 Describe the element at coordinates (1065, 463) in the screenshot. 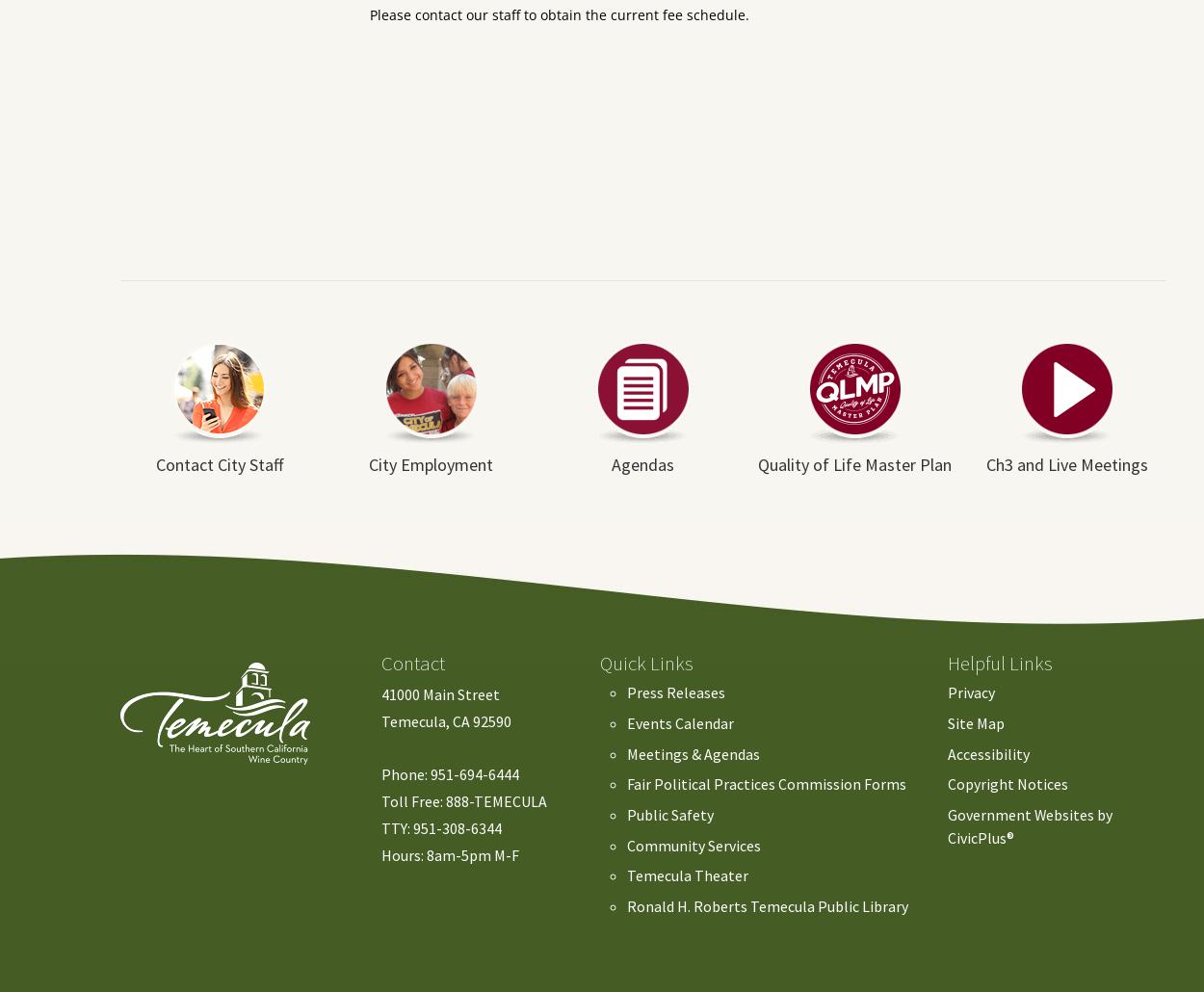

I see `'Ch3 and Live Meetings'` at that location.